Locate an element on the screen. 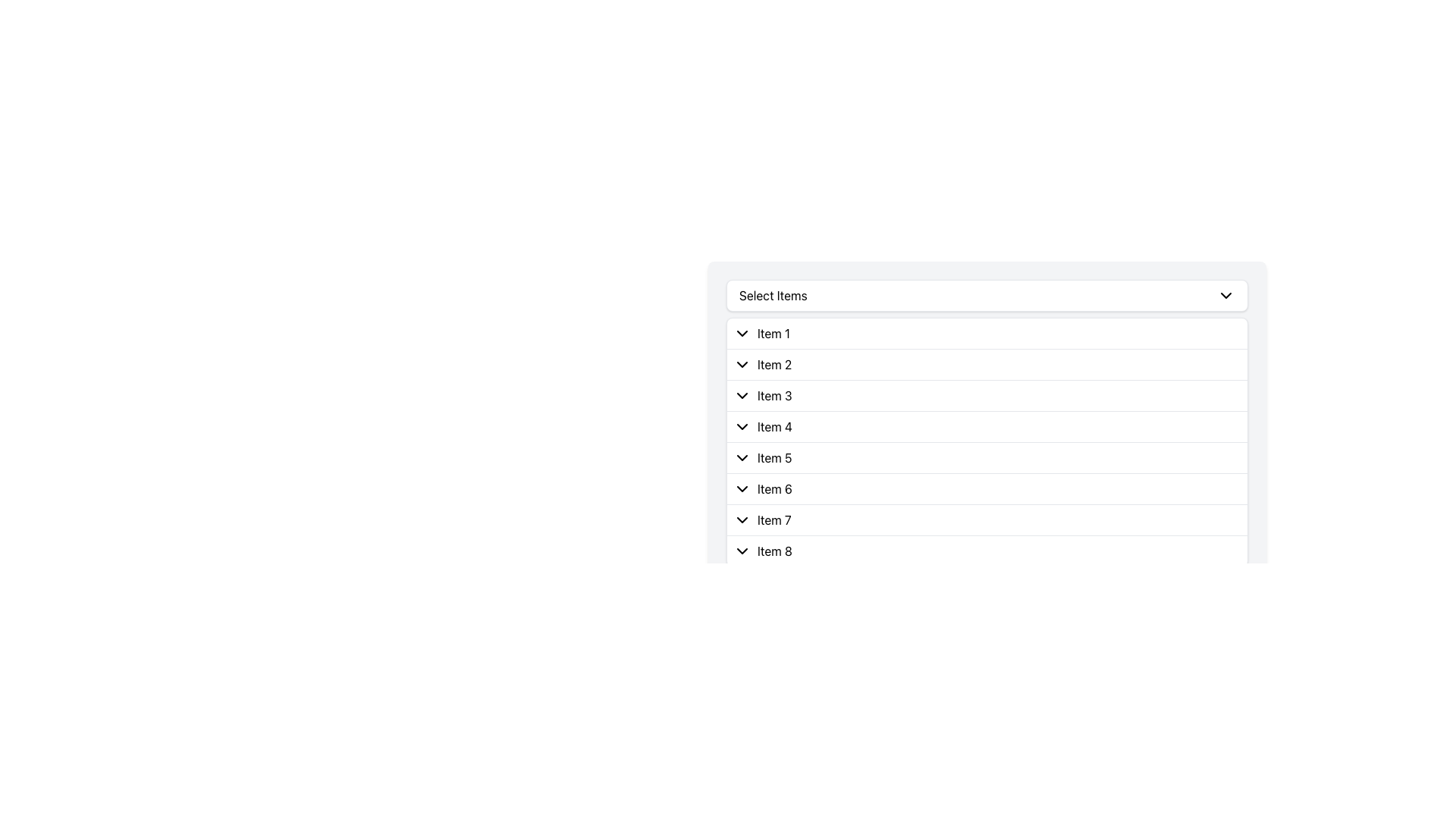 The width and height of the screenshot is (1456, 819). the downward-facing chevron arrow icon within the 'Select Items' section is located at coordinates (1226, 295).